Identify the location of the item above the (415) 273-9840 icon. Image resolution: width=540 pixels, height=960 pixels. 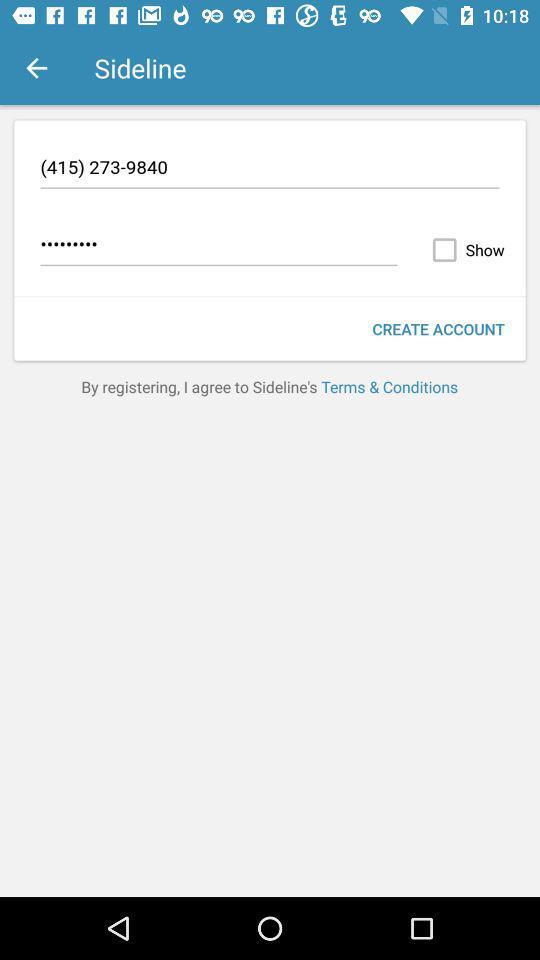
(36, 68).